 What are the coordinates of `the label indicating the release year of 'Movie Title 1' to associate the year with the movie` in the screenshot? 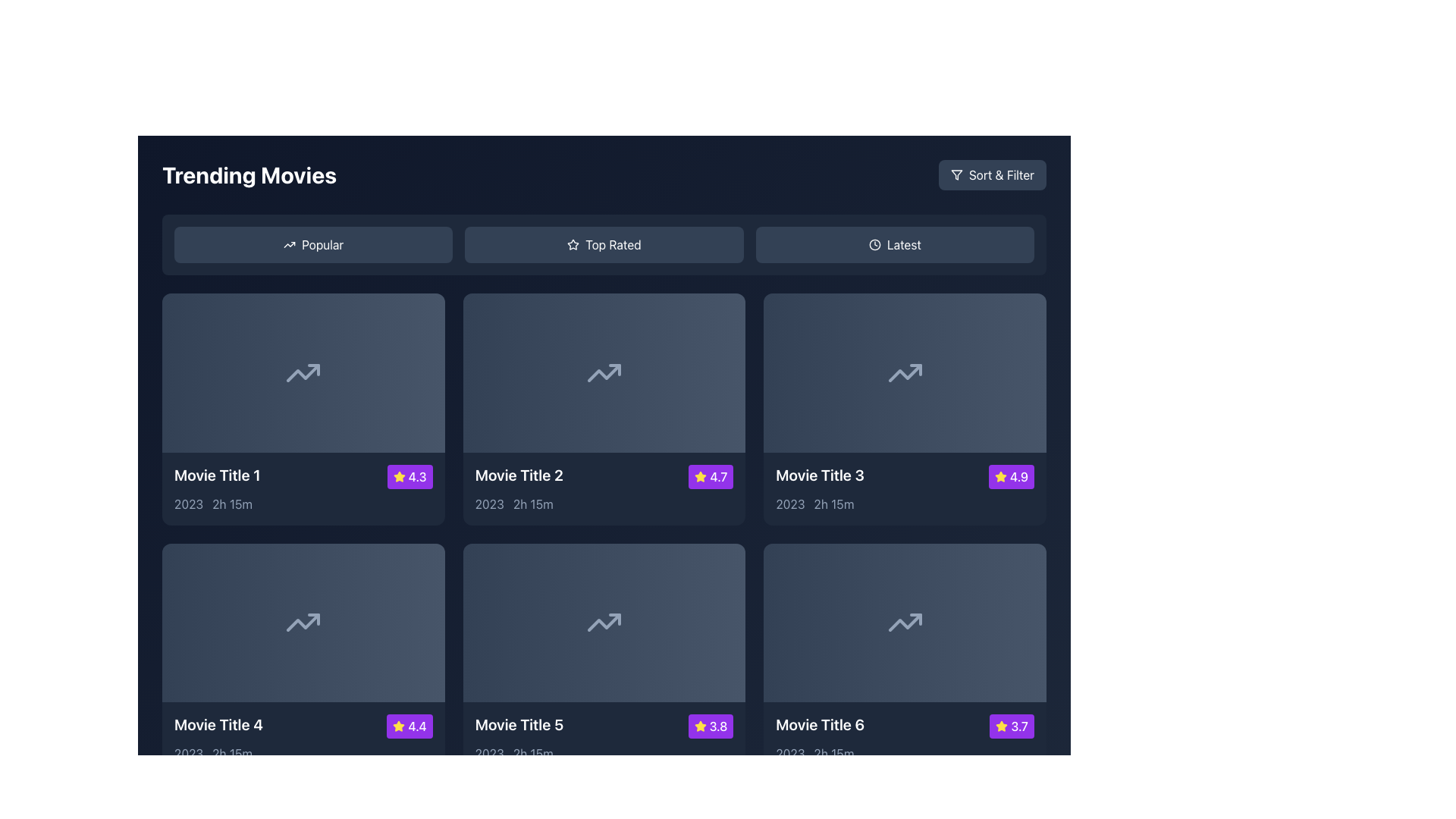 It's located at (188, 504).